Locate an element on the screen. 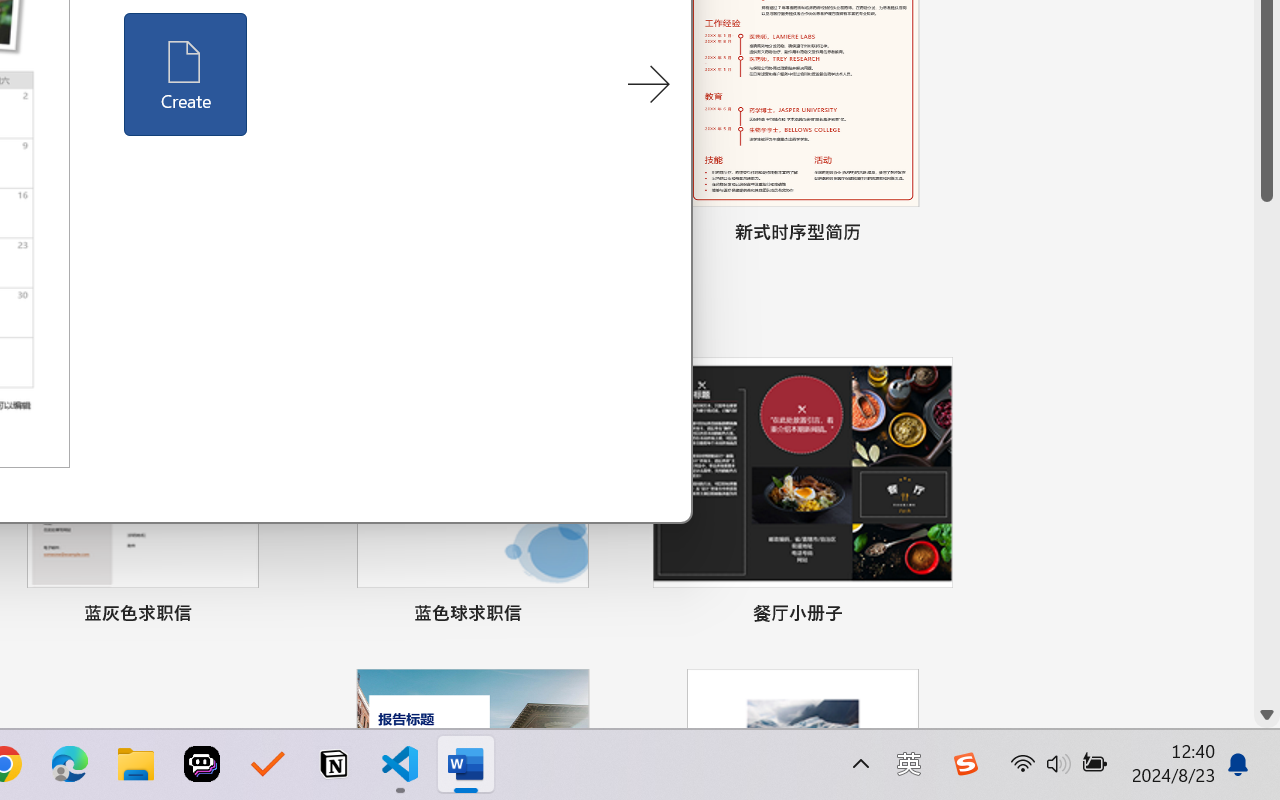  'Page down' is located at coordinates (1266, 450).